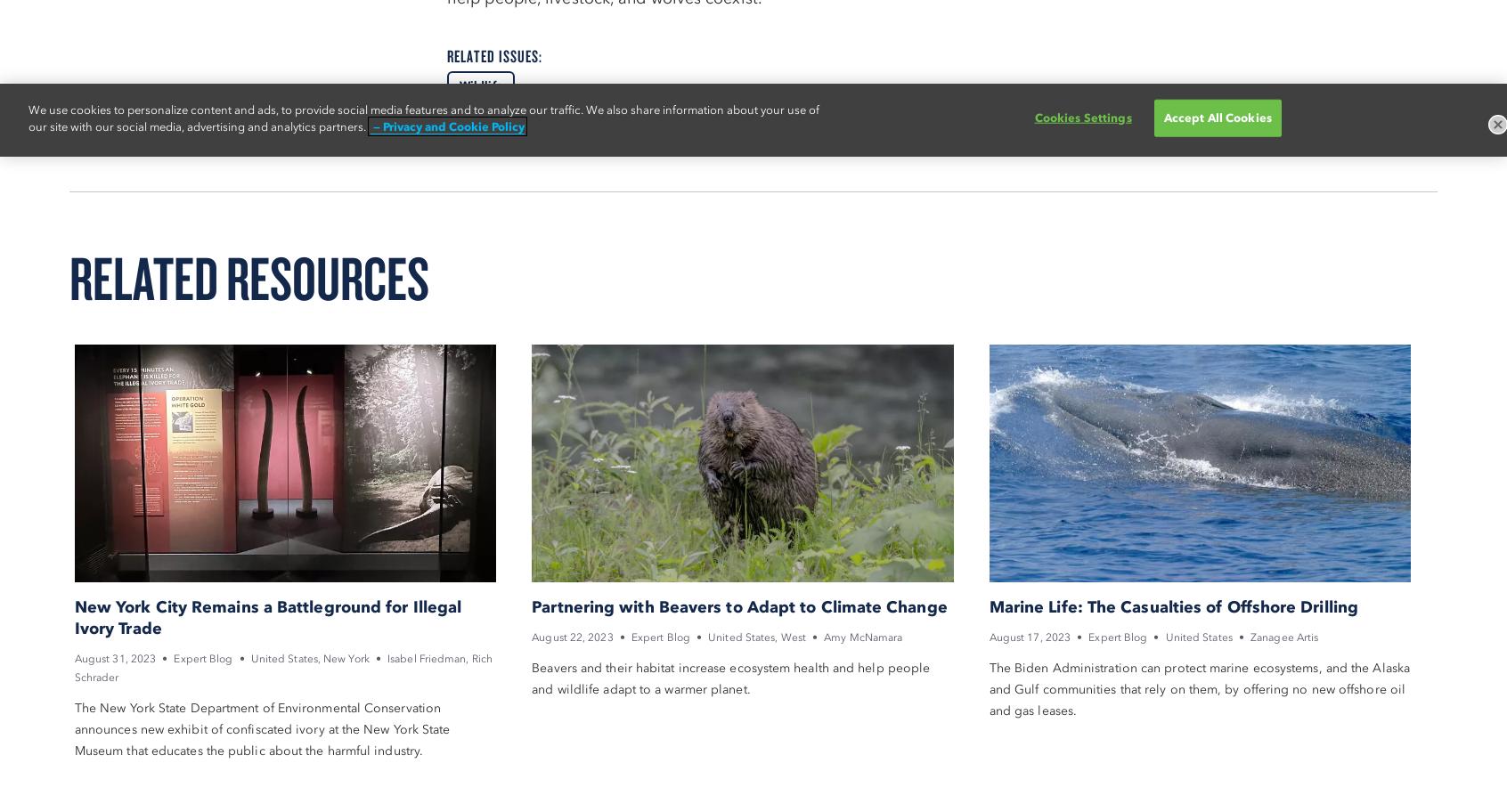  Describe the element at coordinates (114, 657) in the screenshot. I see `'August 31, 2023'` at that location.